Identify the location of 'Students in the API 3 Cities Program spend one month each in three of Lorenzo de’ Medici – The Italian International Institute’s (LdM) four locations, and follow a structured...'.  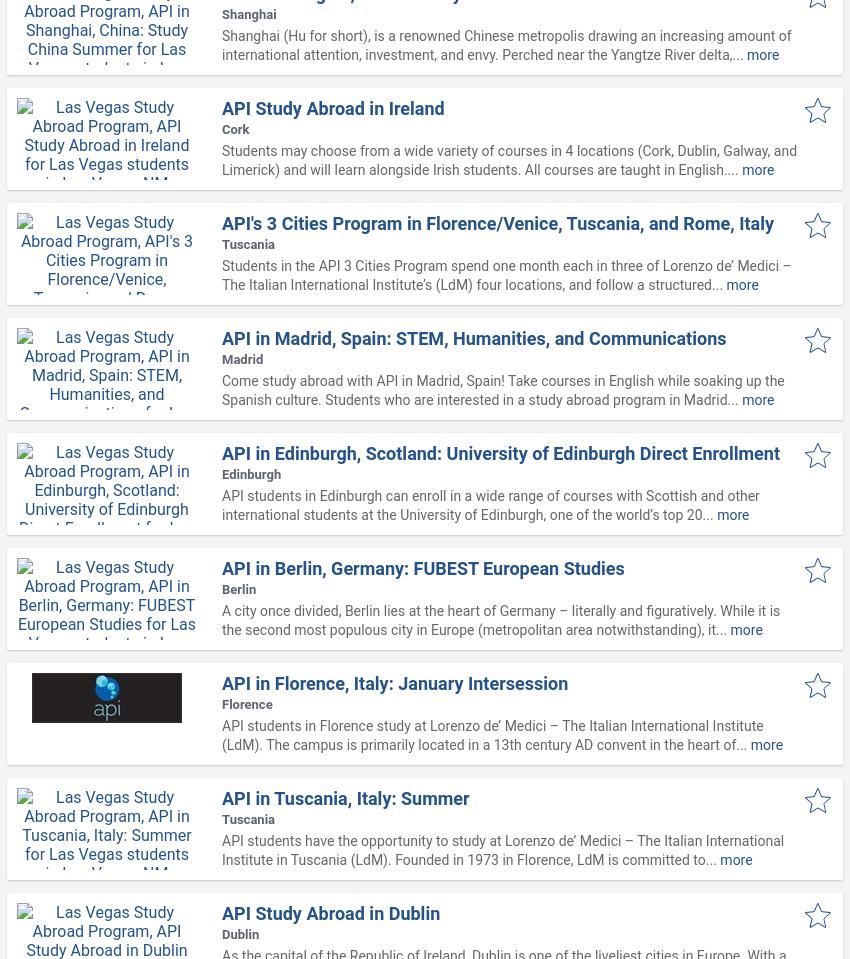
(506, 274).